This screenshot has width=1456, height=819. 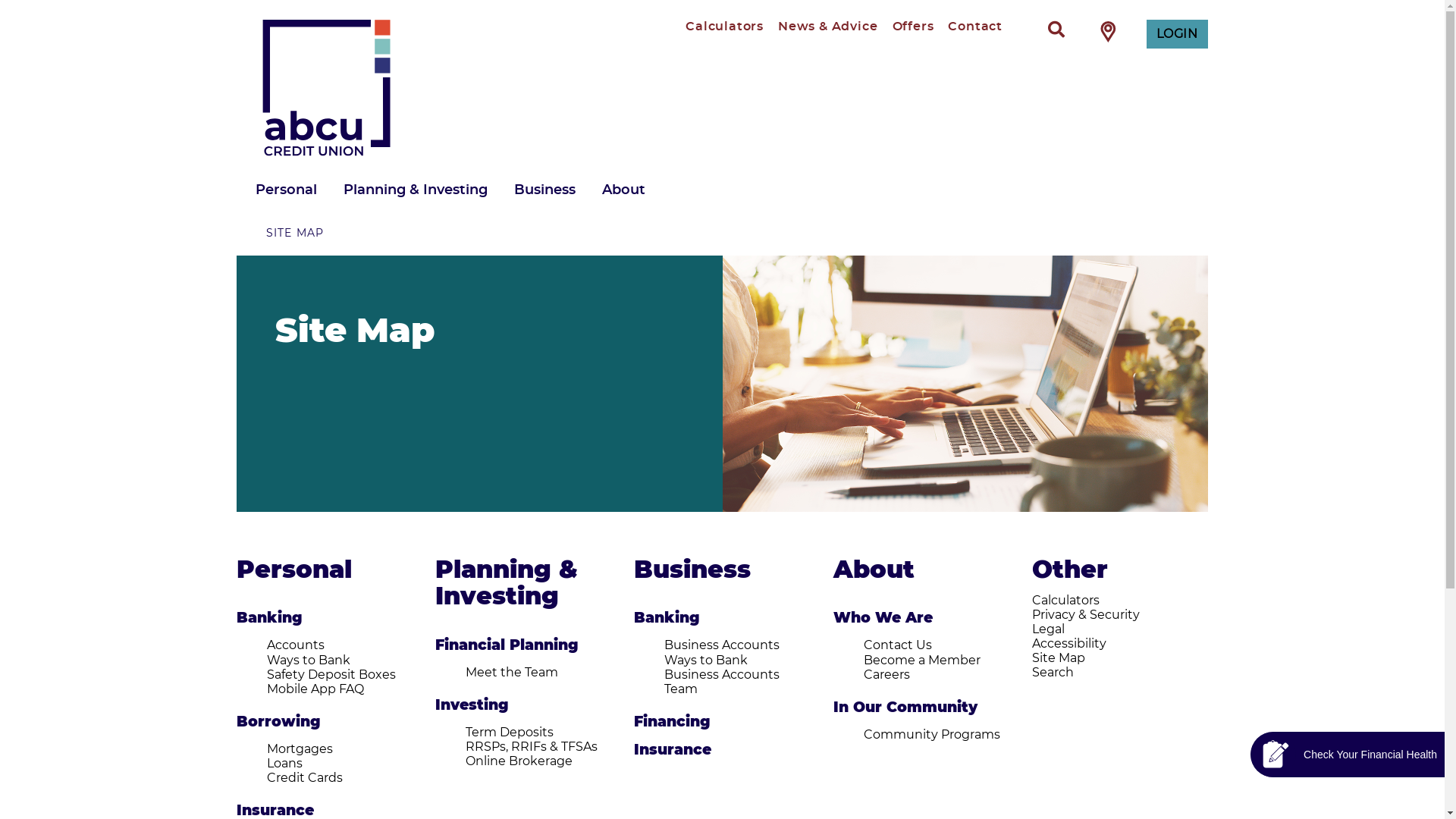 What do you see at coordinates (266, 660) in the screenshot?
I see `'Ways to Bank'` at bounding box center [266, 660].